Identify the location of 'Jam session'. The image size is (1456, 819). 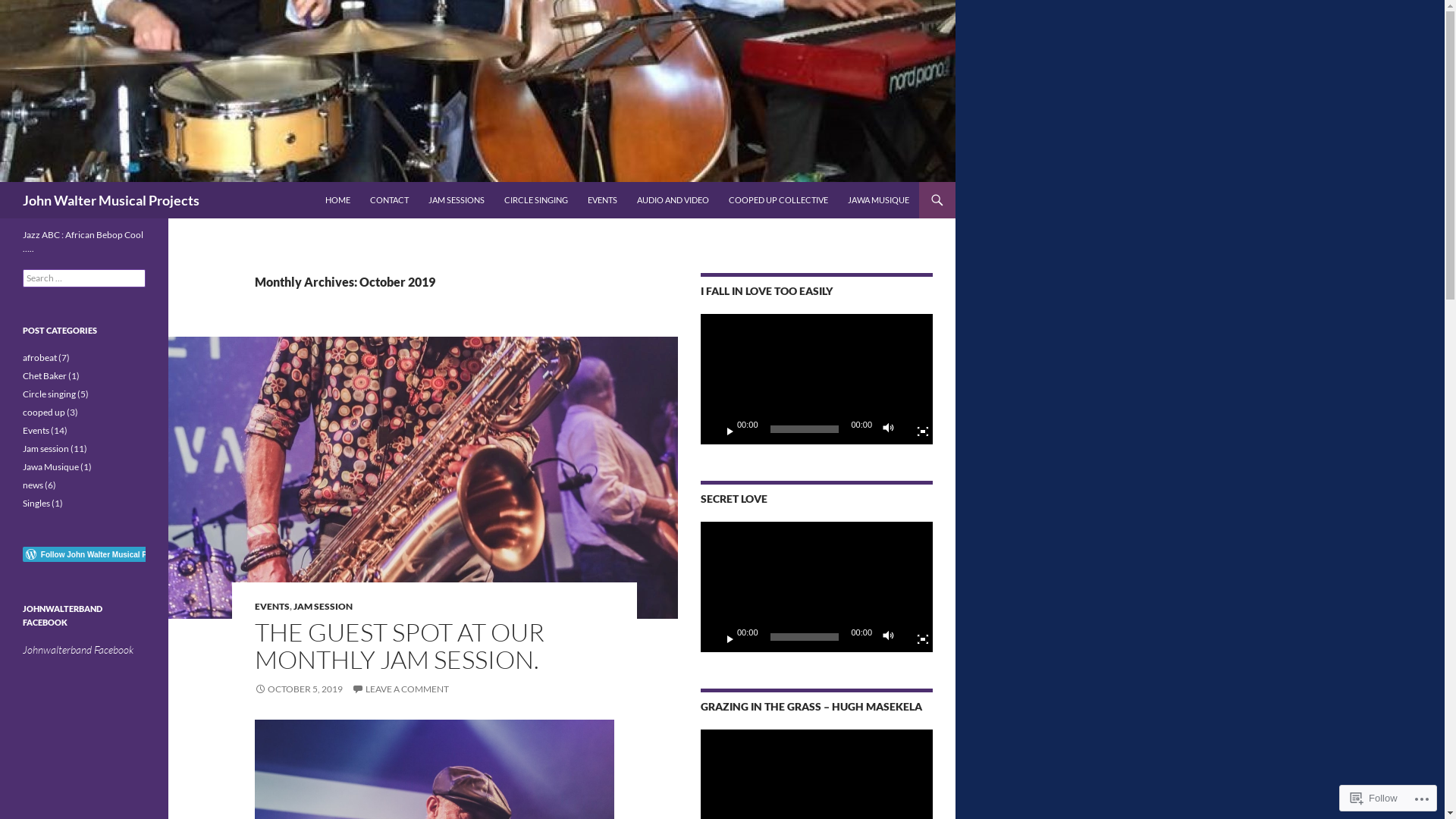
(45, 447).